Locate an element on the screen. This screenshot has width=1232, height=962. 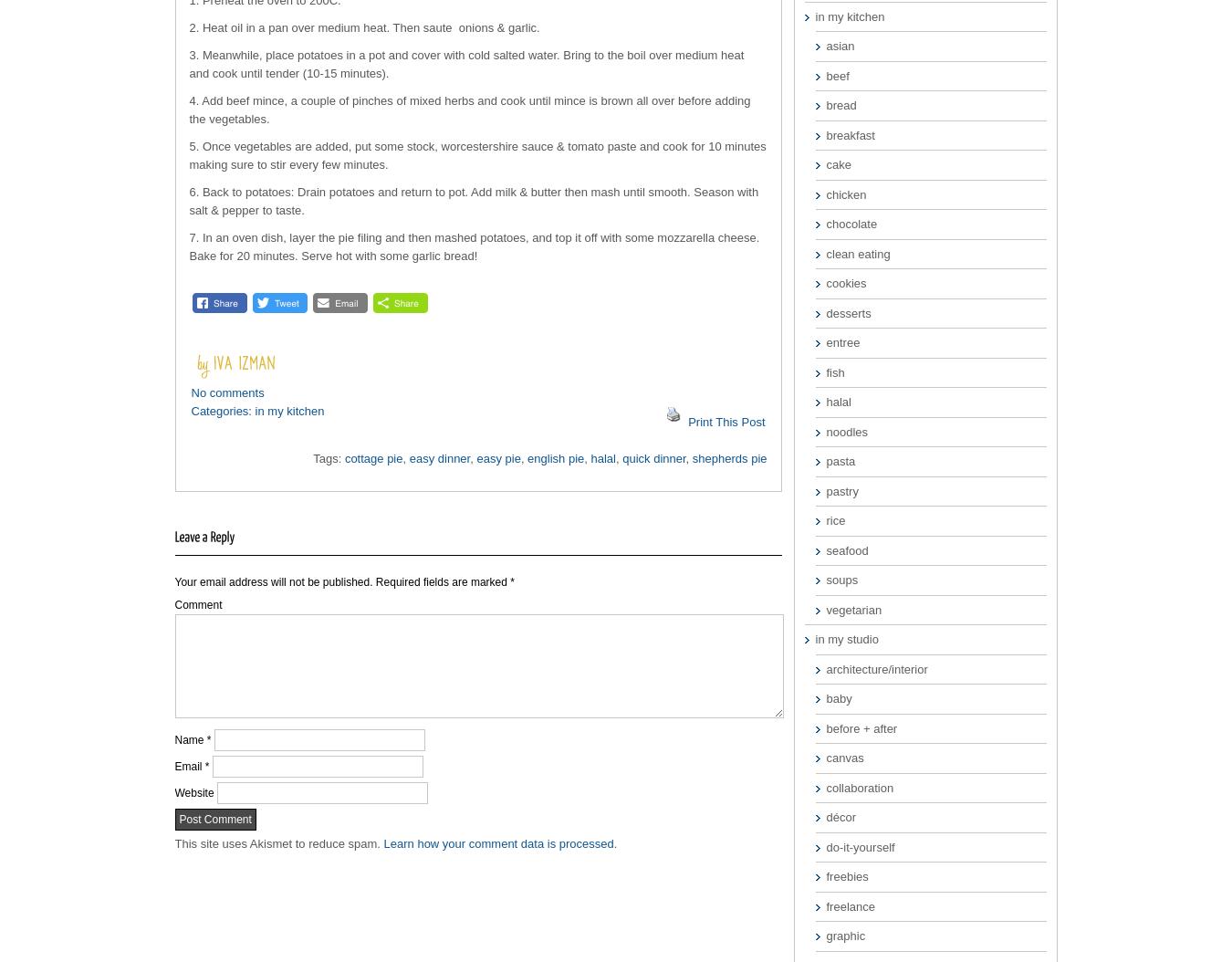
'shepherds pie' is located at coordinates (691, 457).